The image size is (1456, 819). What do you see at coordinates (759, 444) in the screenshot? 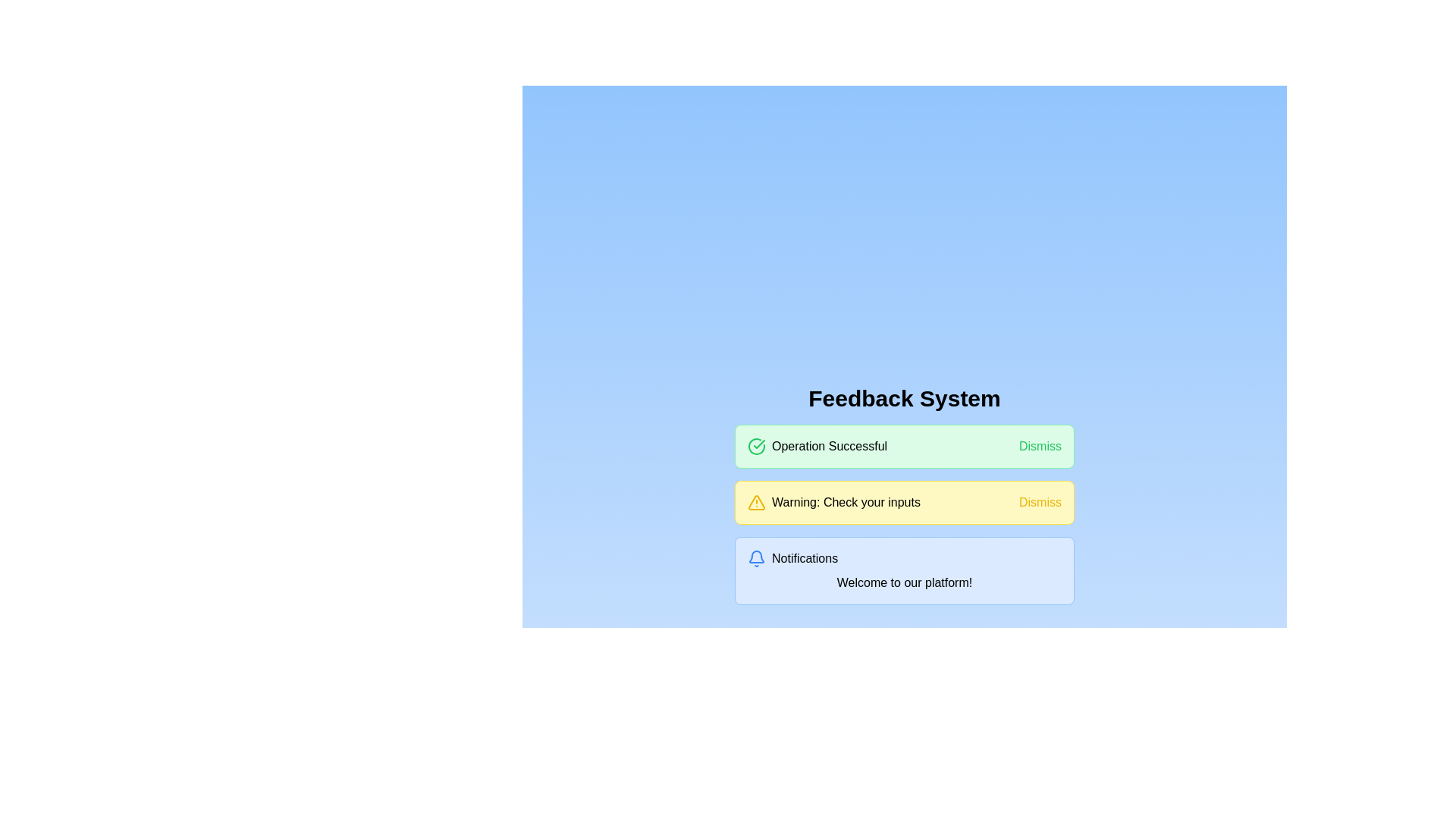
I see `the green checkmark icon within the feedback message box titled 'Operation Successful', which is located near the top center of the interface` at bounding box center [759, 444].